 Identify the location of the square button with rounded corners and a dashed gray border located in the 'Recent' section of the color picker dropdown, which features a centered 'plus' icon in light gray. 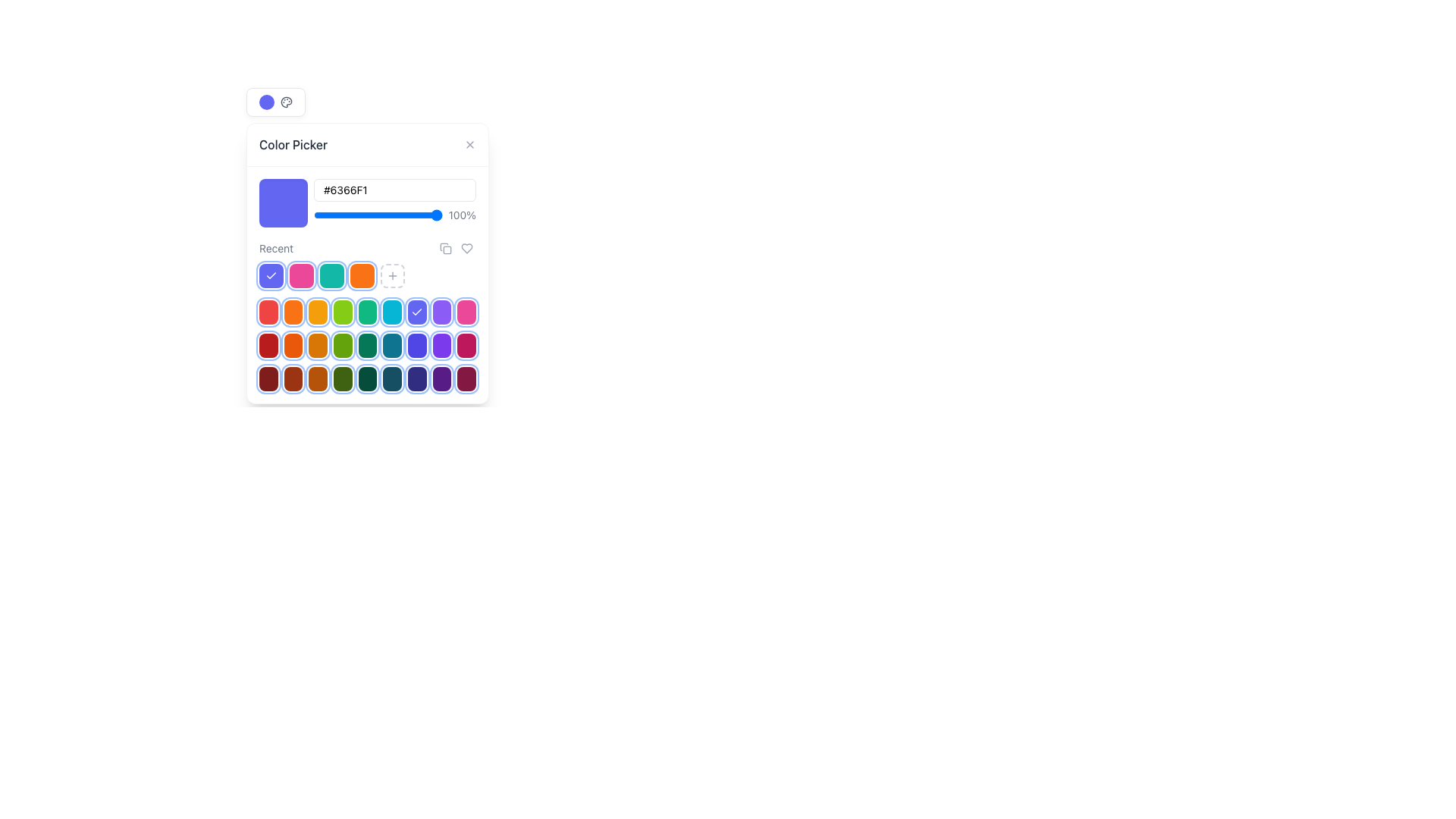
(393, 275).